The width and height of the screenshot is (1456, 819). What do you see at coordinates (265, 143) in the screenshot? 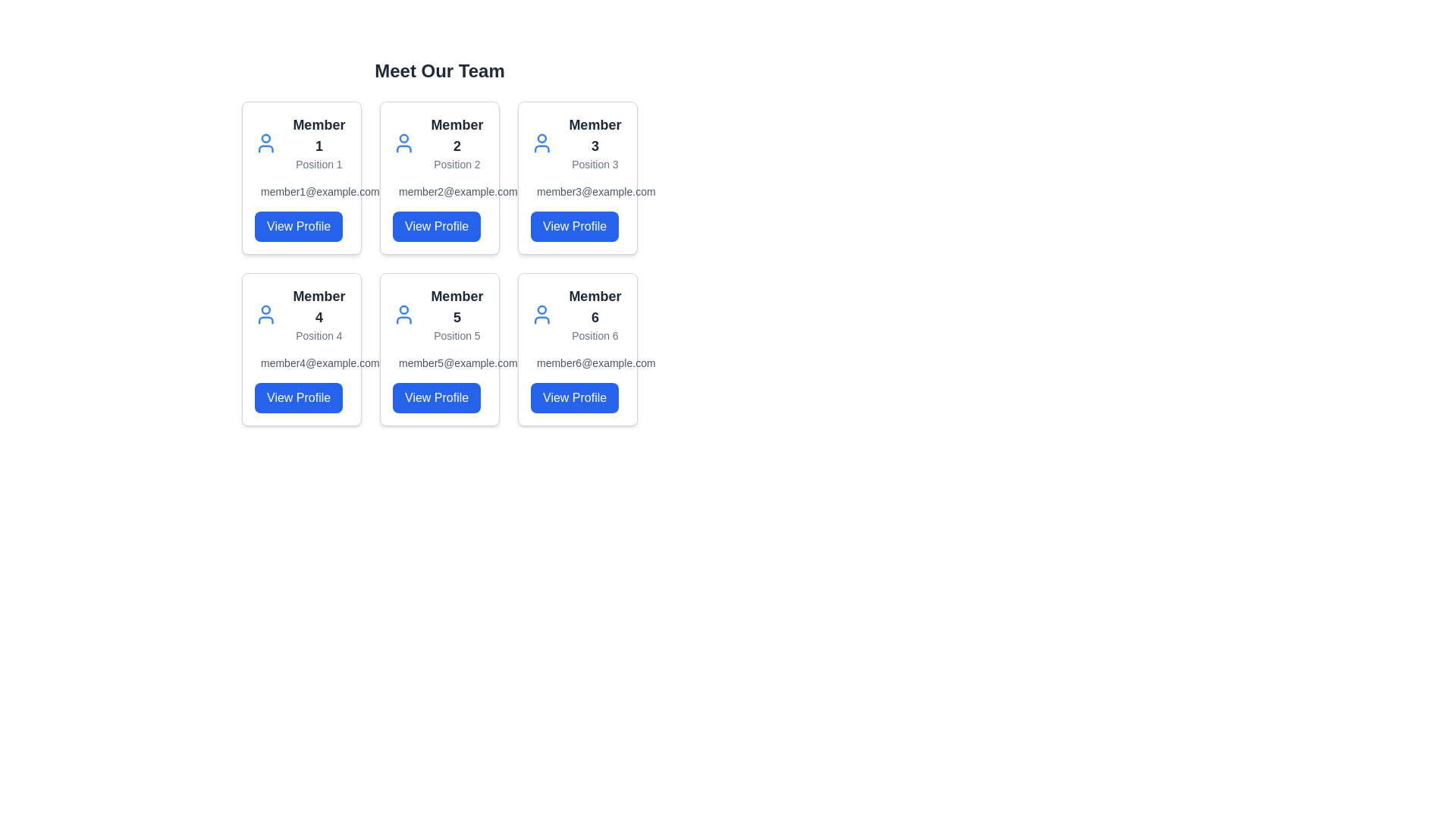
I see `the user icon, which is a blue outline style representation of a human figure, located in the upper-left card above the text 'Member 1' and 'Position 1'` at bounding box center [265, 143].